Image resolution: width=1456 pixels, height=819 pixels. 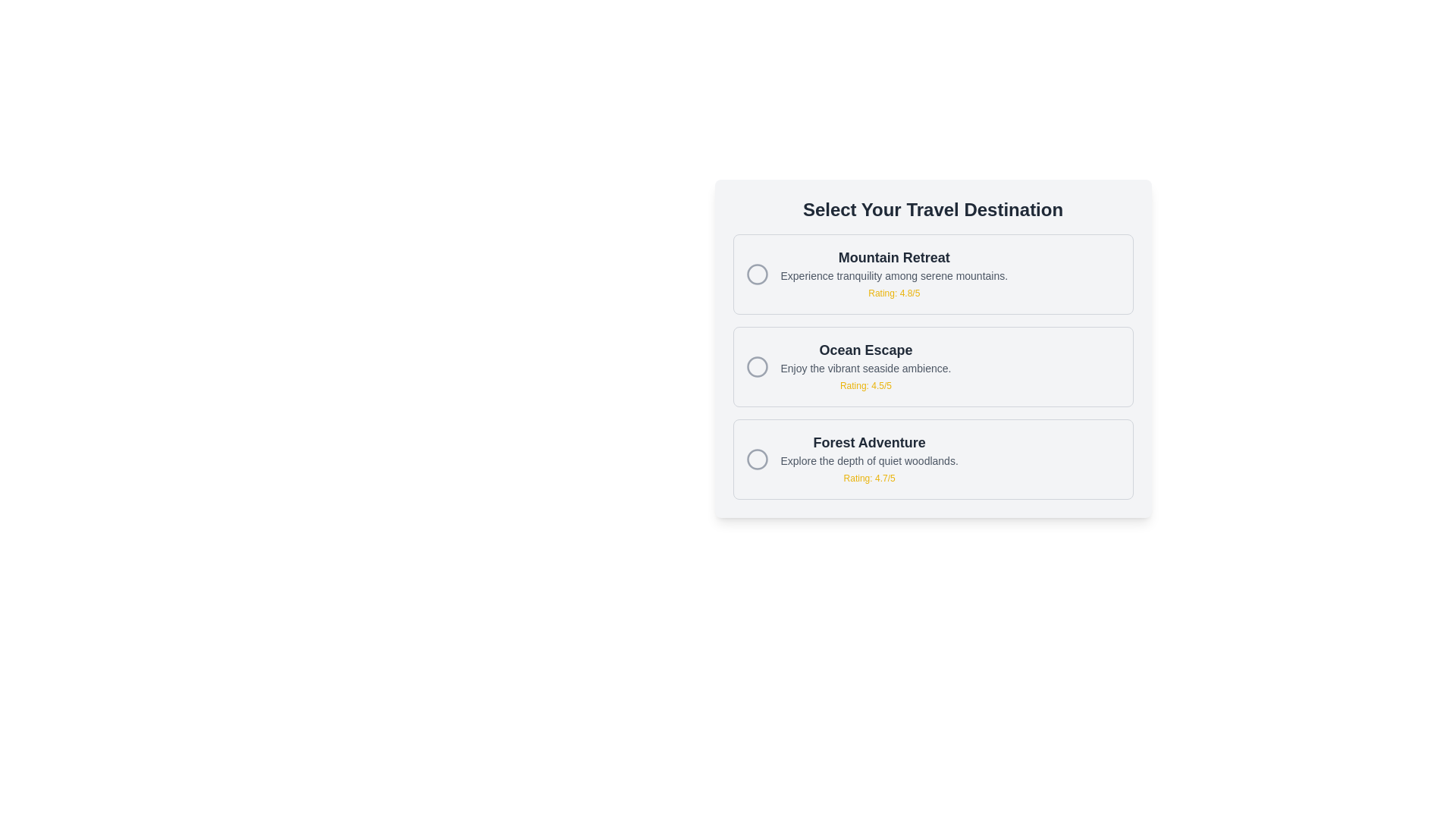 What do you see at coordinates (866, 369) in the screenshot?
I see `the descriptive text element that provides additional information about the 'Ocean Escape' travel destination, positioned centrally below the heading and above the rating text` at bounding box center [866, 369].